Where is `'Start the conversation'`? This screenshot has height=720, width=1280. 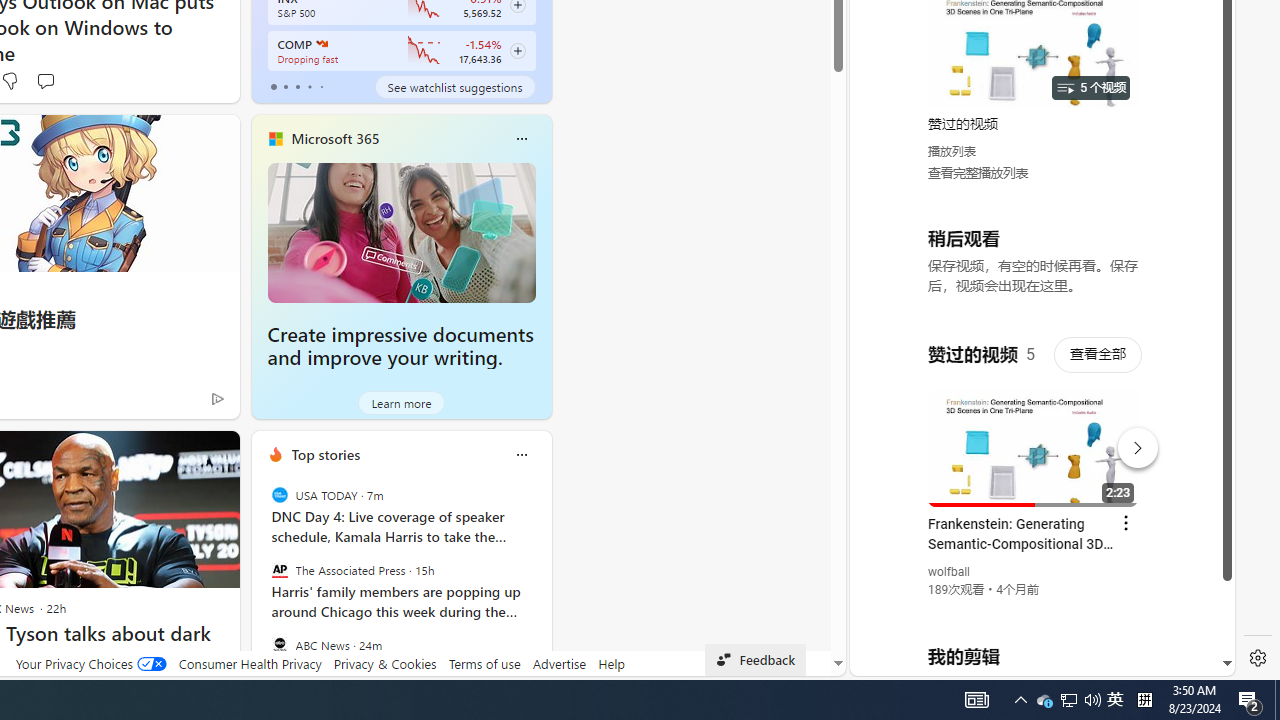 'Start the conversation' is located at coordinates (45, 80).